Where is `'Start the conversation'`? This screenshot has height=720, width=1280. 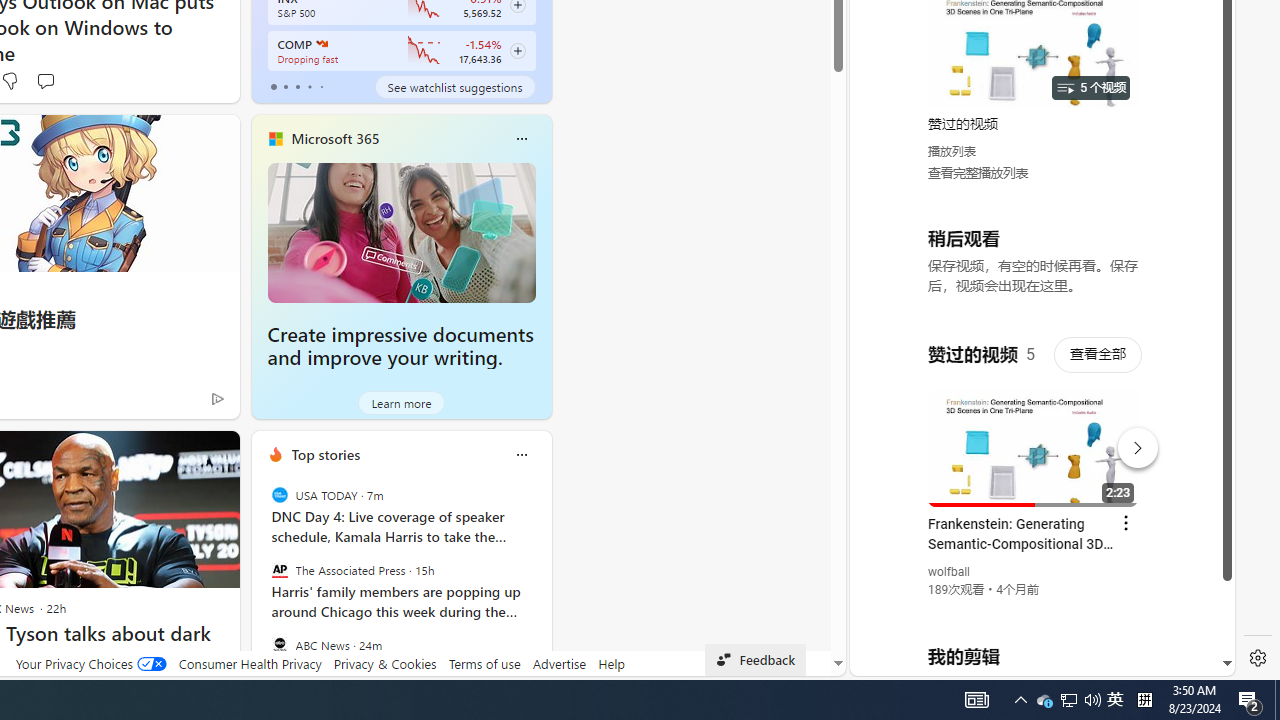 'Start the conversation' is located at coordinates (45, 80).